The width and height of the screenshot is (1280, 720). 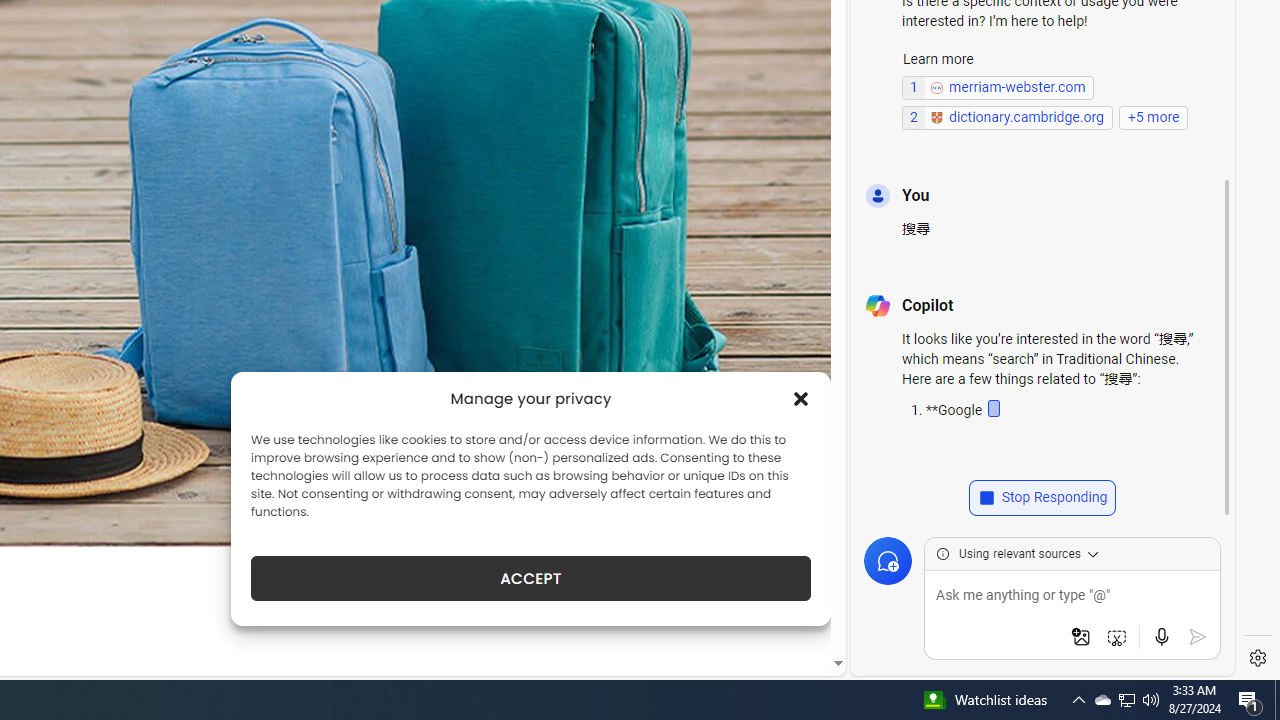 What do you see at coordinates (531, 578) in the screenshot?
I see `'ACCEPT'` at bounding box center [531, 578].